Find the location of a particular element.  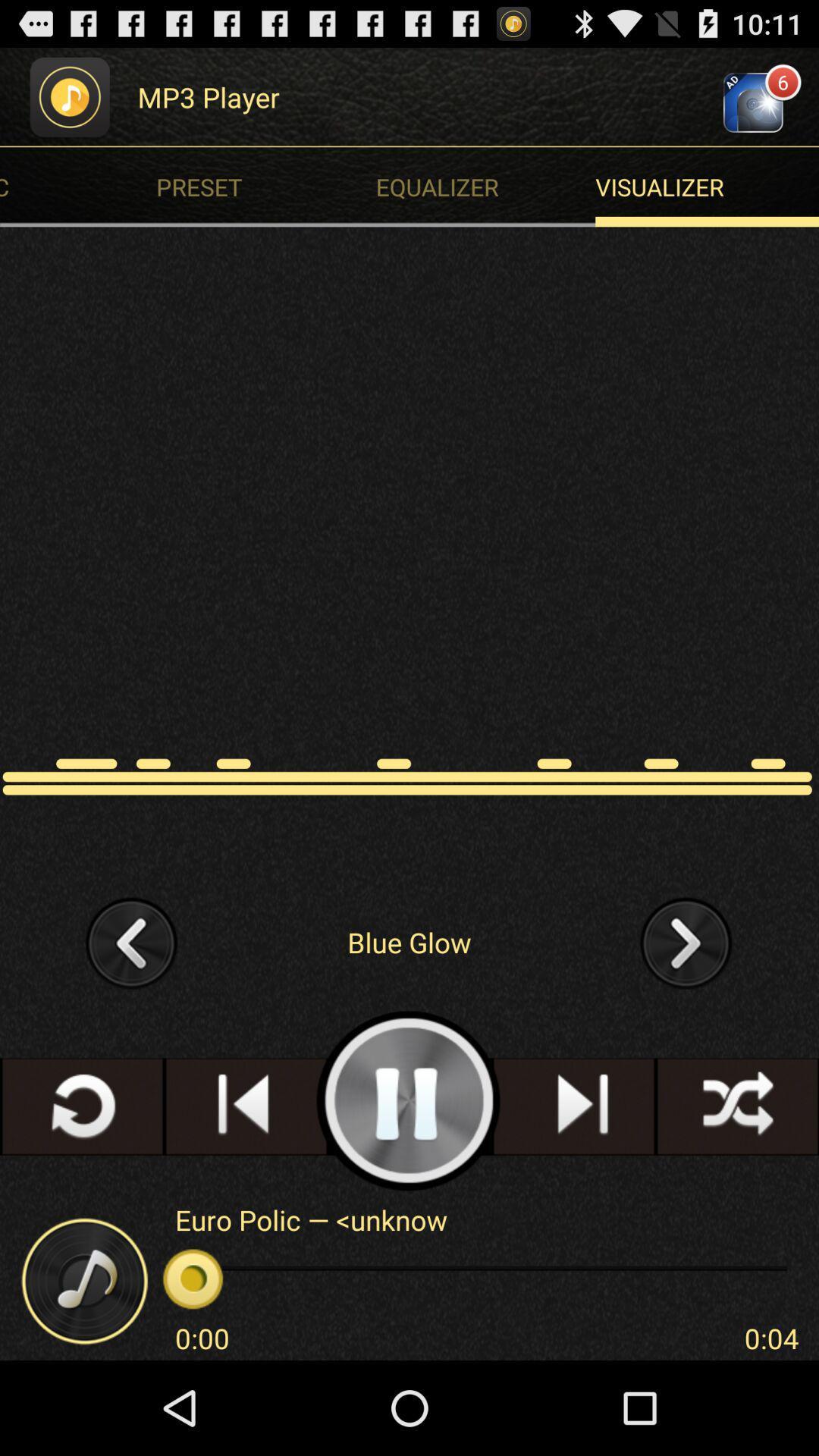

the app below the mp3 player is located at coordinates (269, 186).